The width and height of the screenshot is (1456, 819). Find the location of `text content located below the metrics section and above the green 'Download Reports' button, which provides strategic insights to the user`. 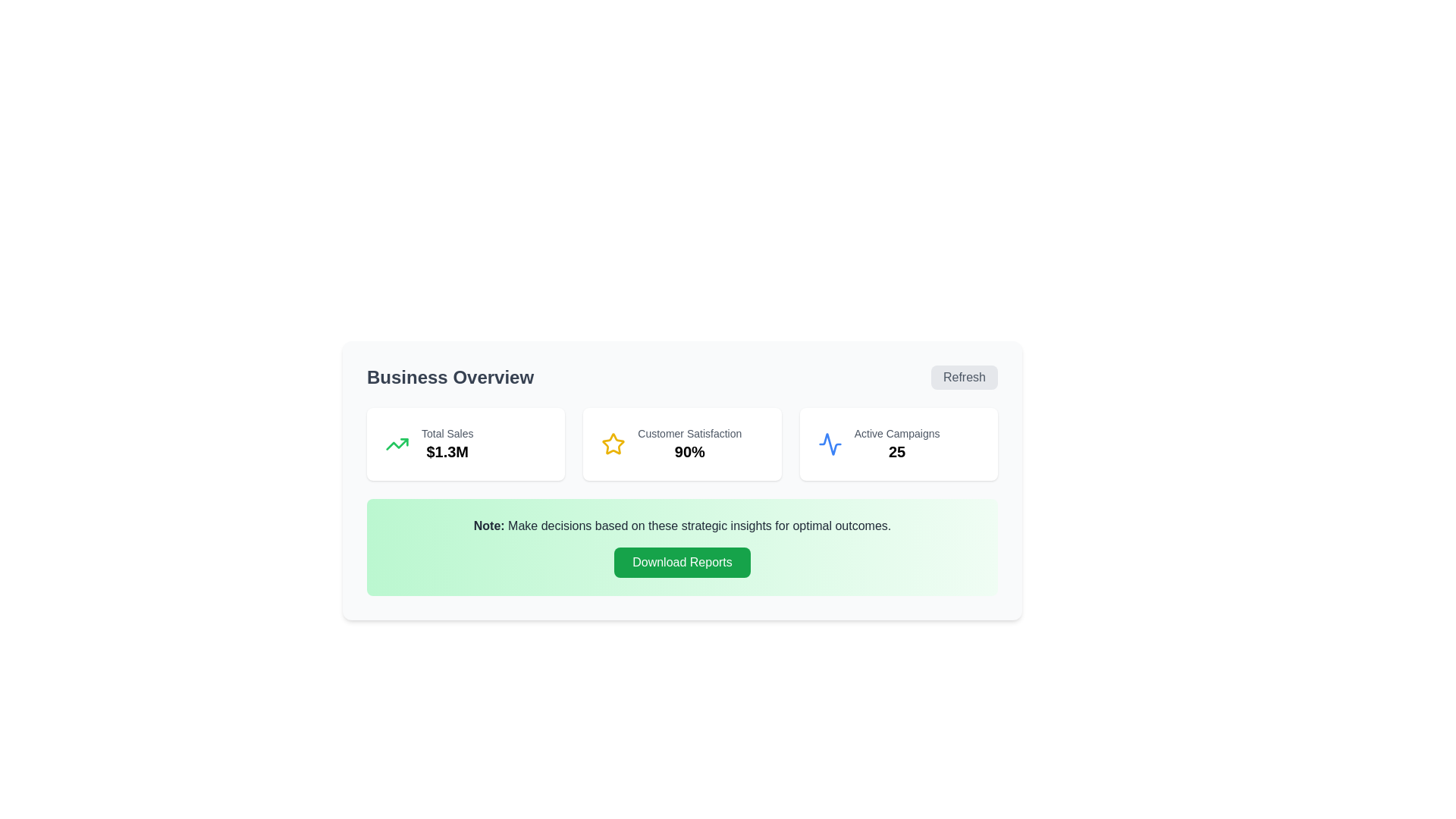

text content located below the metrics section and above the green 'Download Reports' button, which provides strategic insights to the user is located at coordinates (682, 526).